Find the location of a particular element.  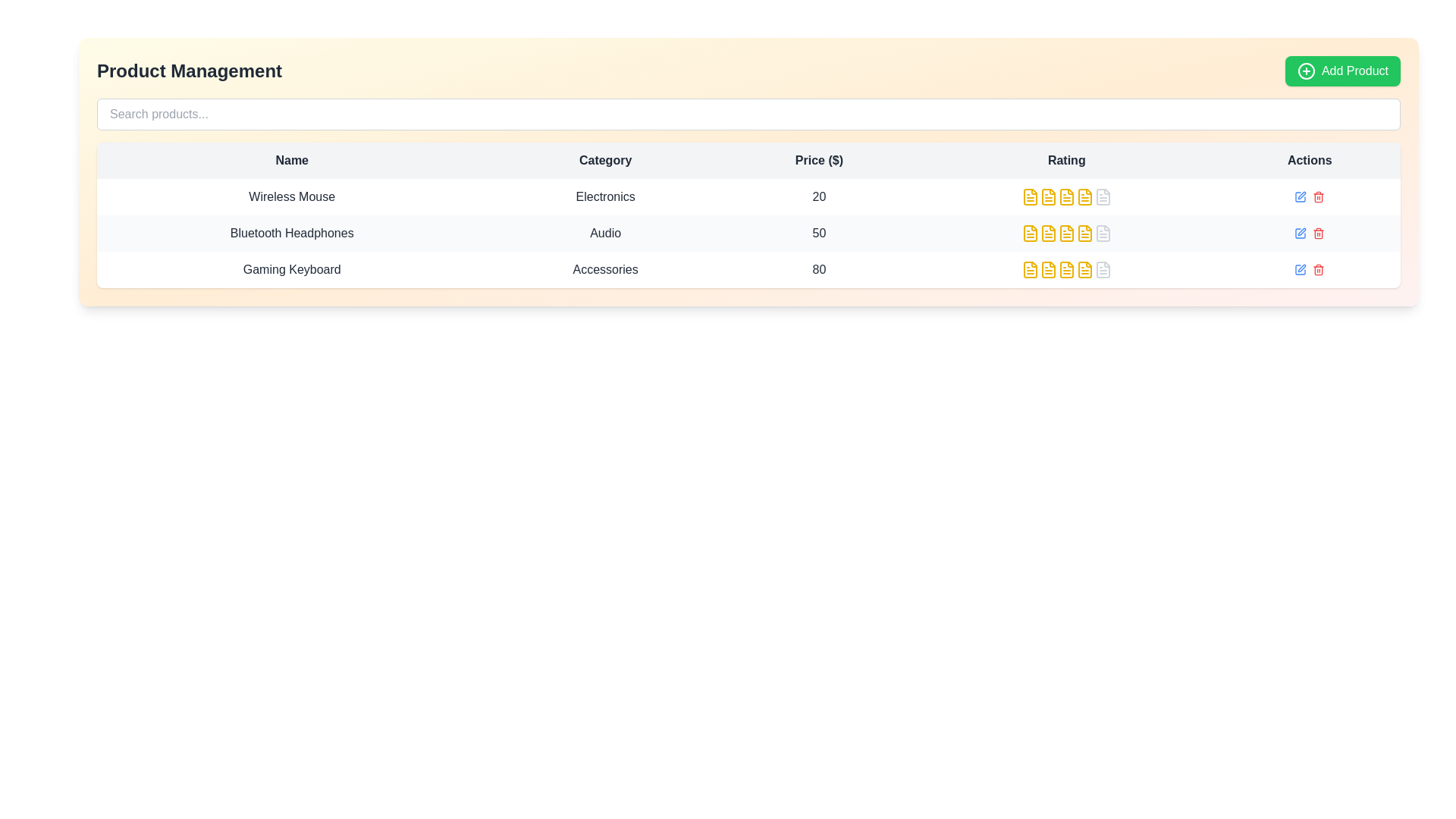

the fourth yellow document icon in the 'Rating' column of the table row labeled 'Bluetooth Headphones' priced at '50' is located at coordinates (1065, 234).